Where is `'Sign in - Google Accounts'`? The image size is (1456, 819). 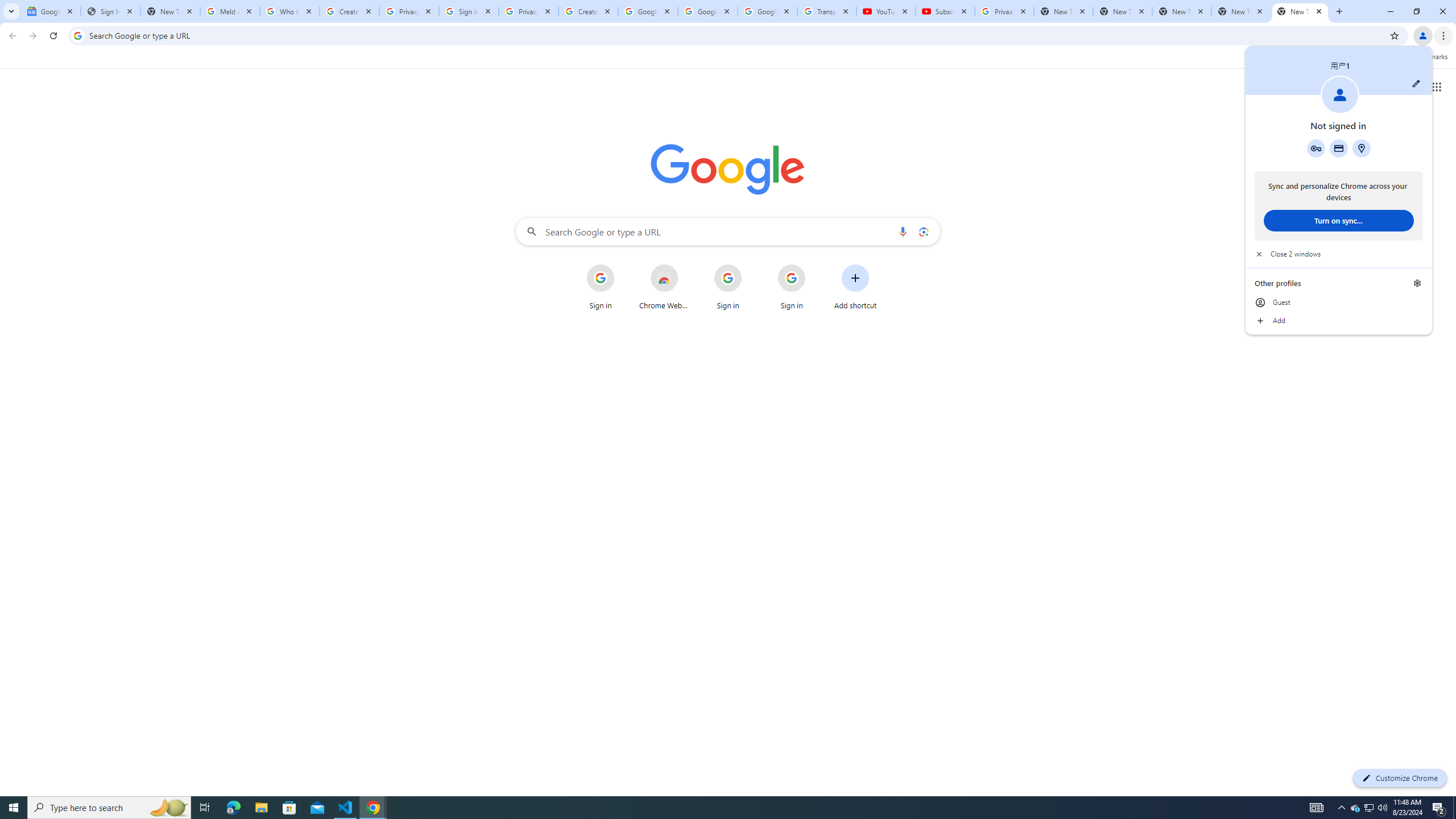
'Sign in - Google Accounts' is located at coordinates (468, 11).